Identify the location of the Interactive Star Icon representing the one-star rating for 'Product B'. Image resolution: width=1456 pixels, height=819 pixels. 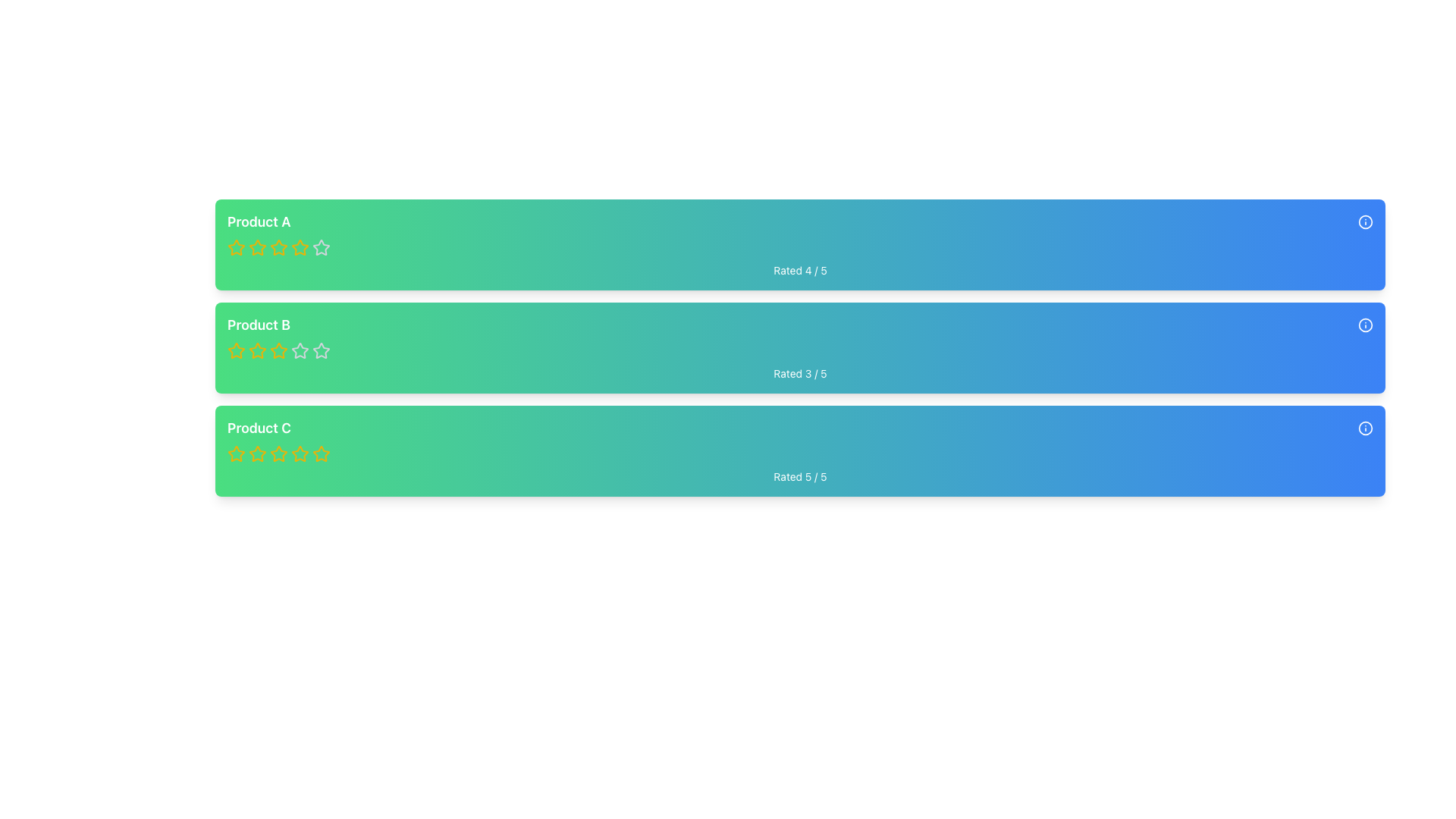
(258, 350).